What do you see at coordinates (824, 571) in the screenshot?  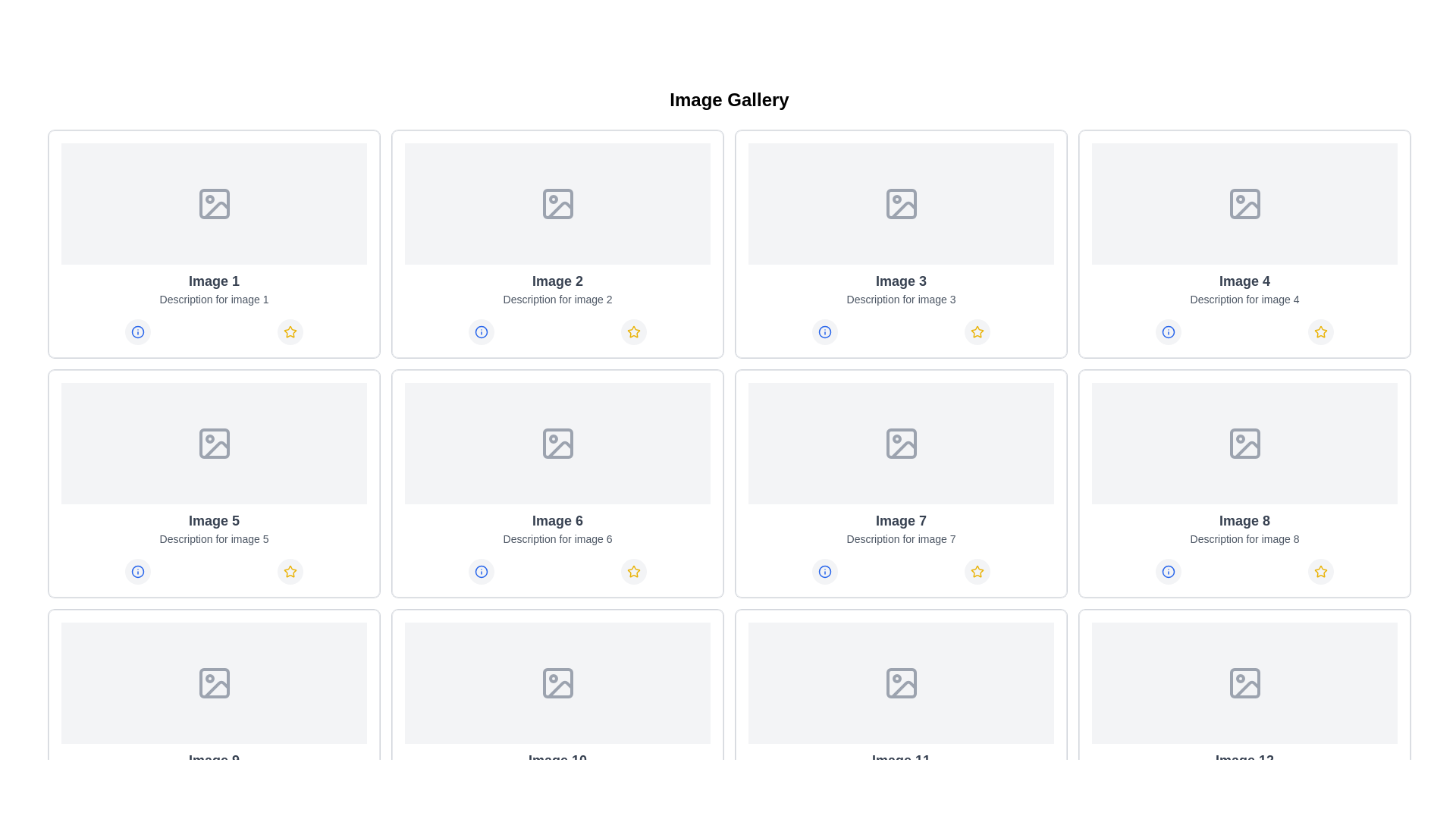 I see `the circular button with a gray background and blue outline, featuring an information symbol in the center, located below Image 7 in the grid` at bounding box center [824, 571].